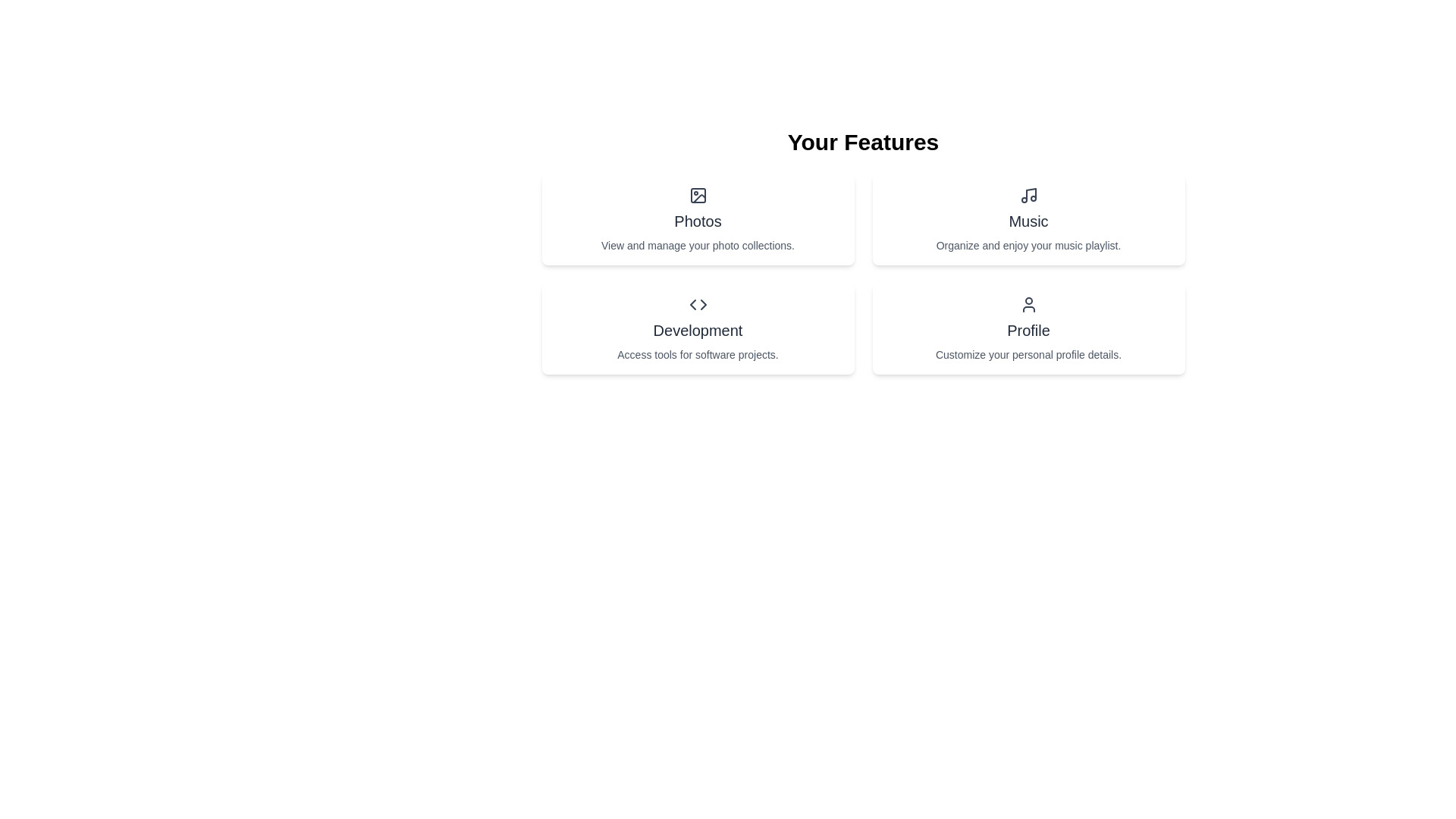 This screenshot has height=819, width=1456. Describe the element at coordinates (1028, 354) in the screenshot. I see `the static text label that provides information about customizing personal profile details in the 'Profile' section, located below the title 'Profile' within a bordered white background card` at that location.